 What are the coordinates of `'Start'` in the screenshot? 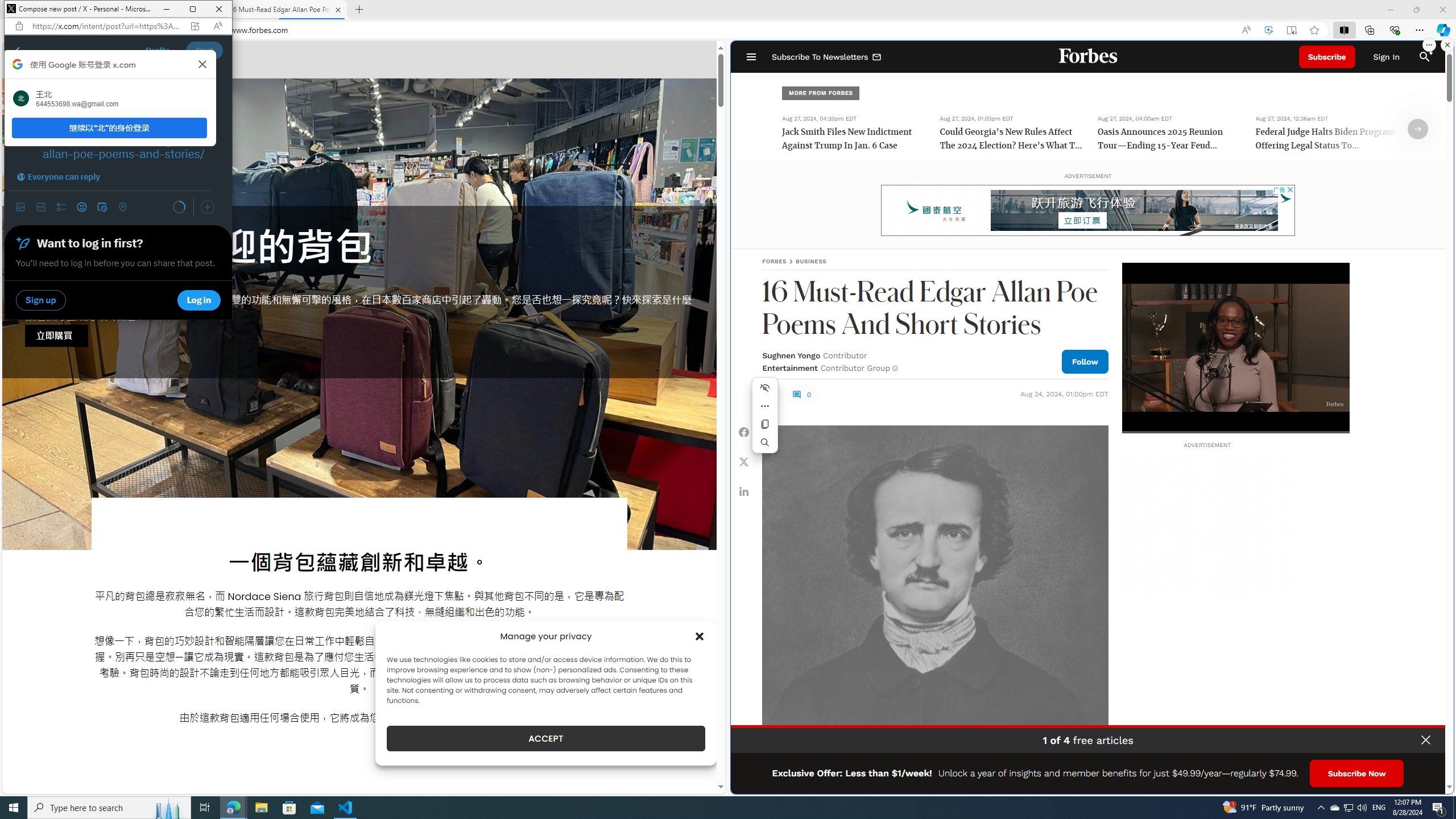 It's located at (14, 806).